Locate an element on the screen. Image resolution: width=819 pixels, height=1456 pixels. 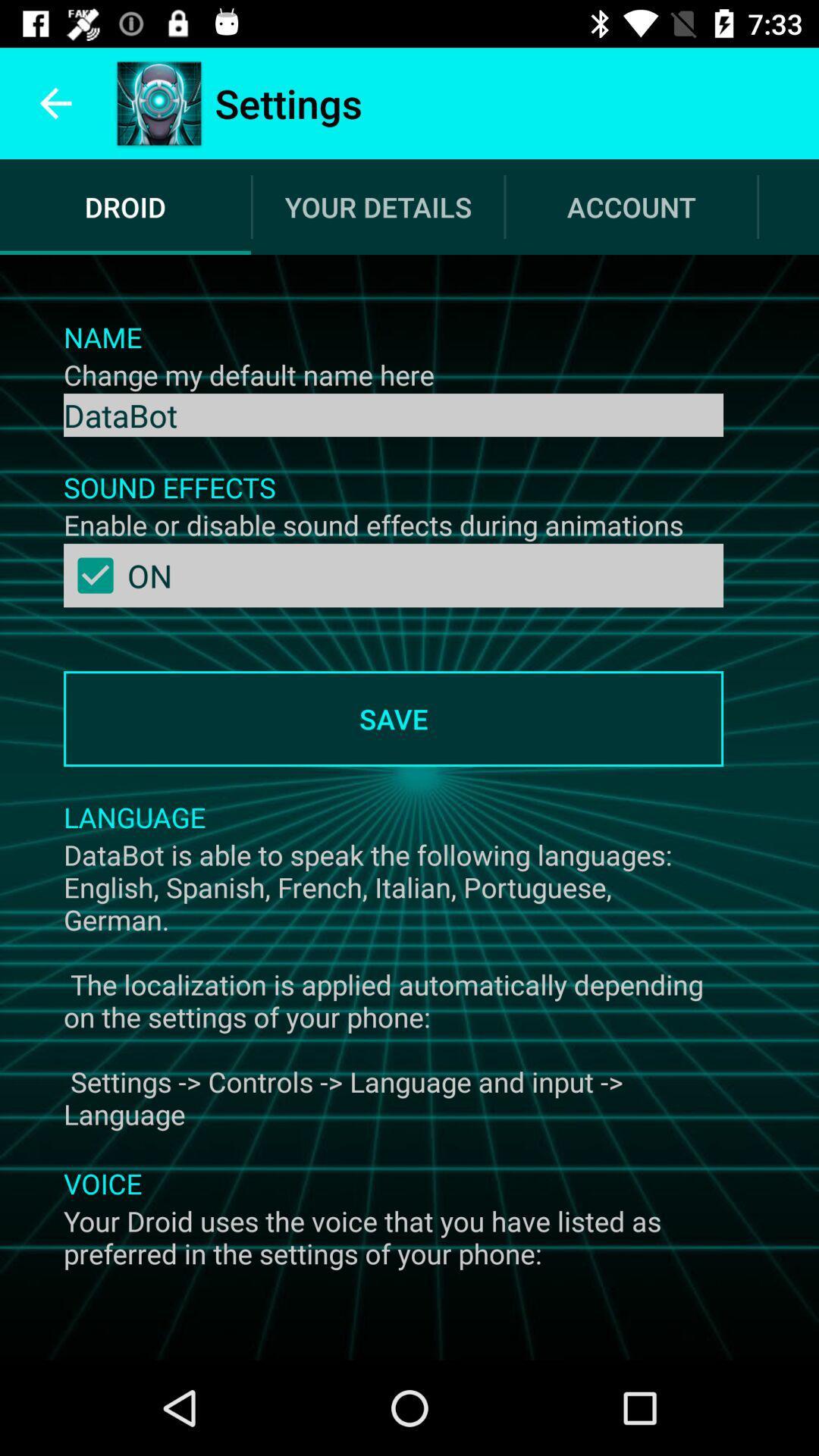
the icon below the on is located at coordinates (393, 718).